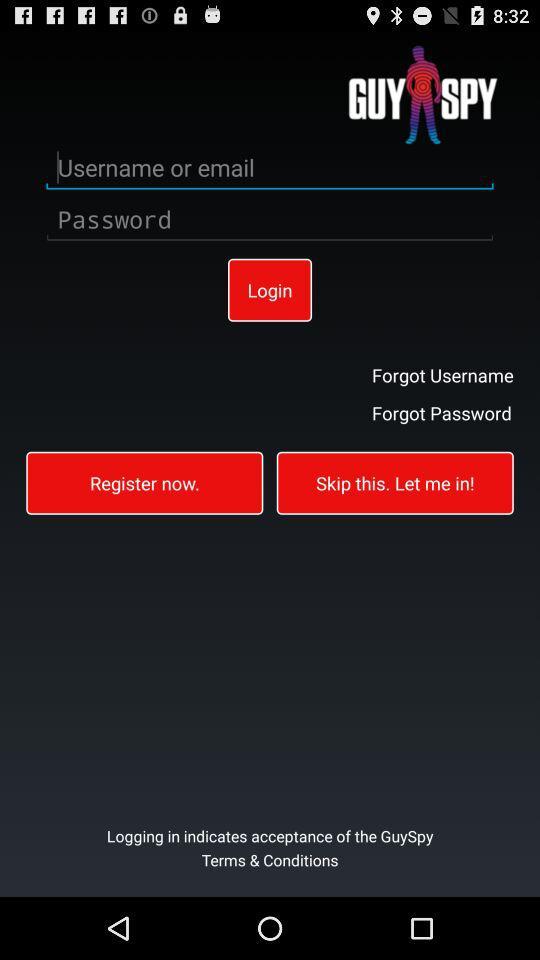  Describe the element at coordinates (143, 481) in the screenshot. I see `the button on the left` at that location.